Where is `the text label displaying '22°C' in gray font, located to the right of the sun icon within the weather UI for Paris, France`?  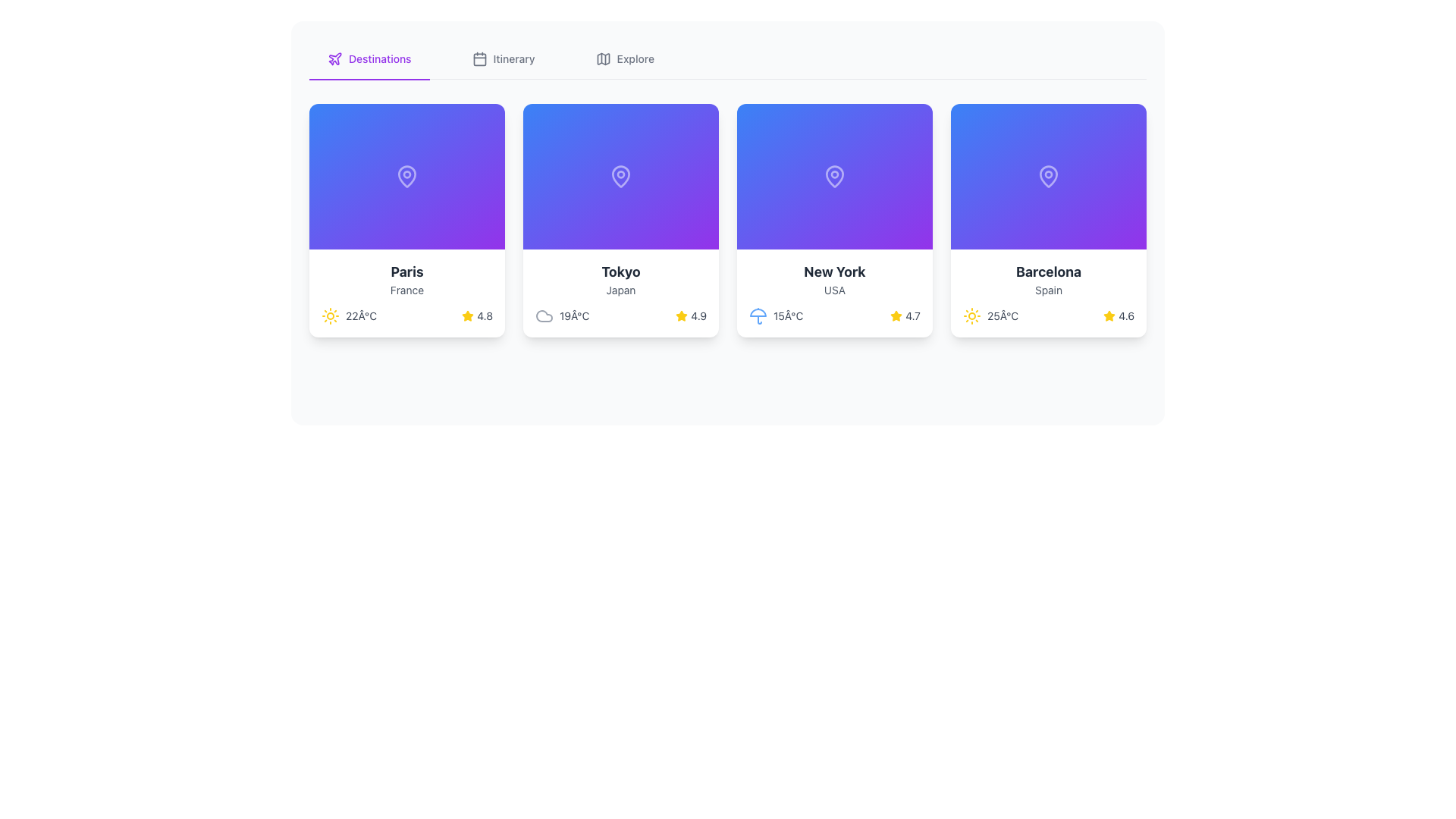 the text label displaying '22°C' in gray font, located to the right of the sun icon within the weather UI for Paris, France is located at coordinates (360, 315).